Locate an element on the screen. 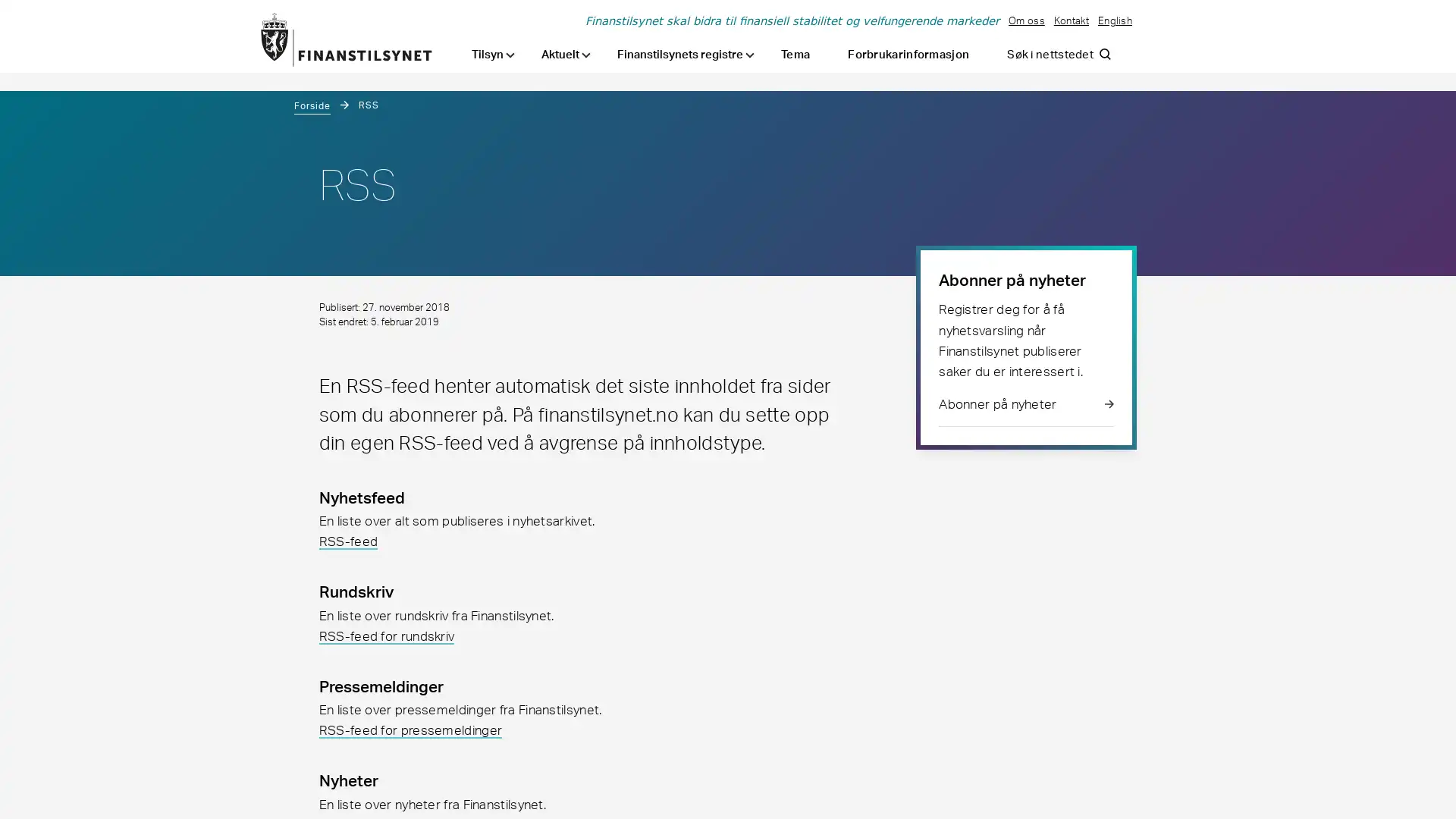  Tilsyn Tilsyn is located at coordinates (493, 54).